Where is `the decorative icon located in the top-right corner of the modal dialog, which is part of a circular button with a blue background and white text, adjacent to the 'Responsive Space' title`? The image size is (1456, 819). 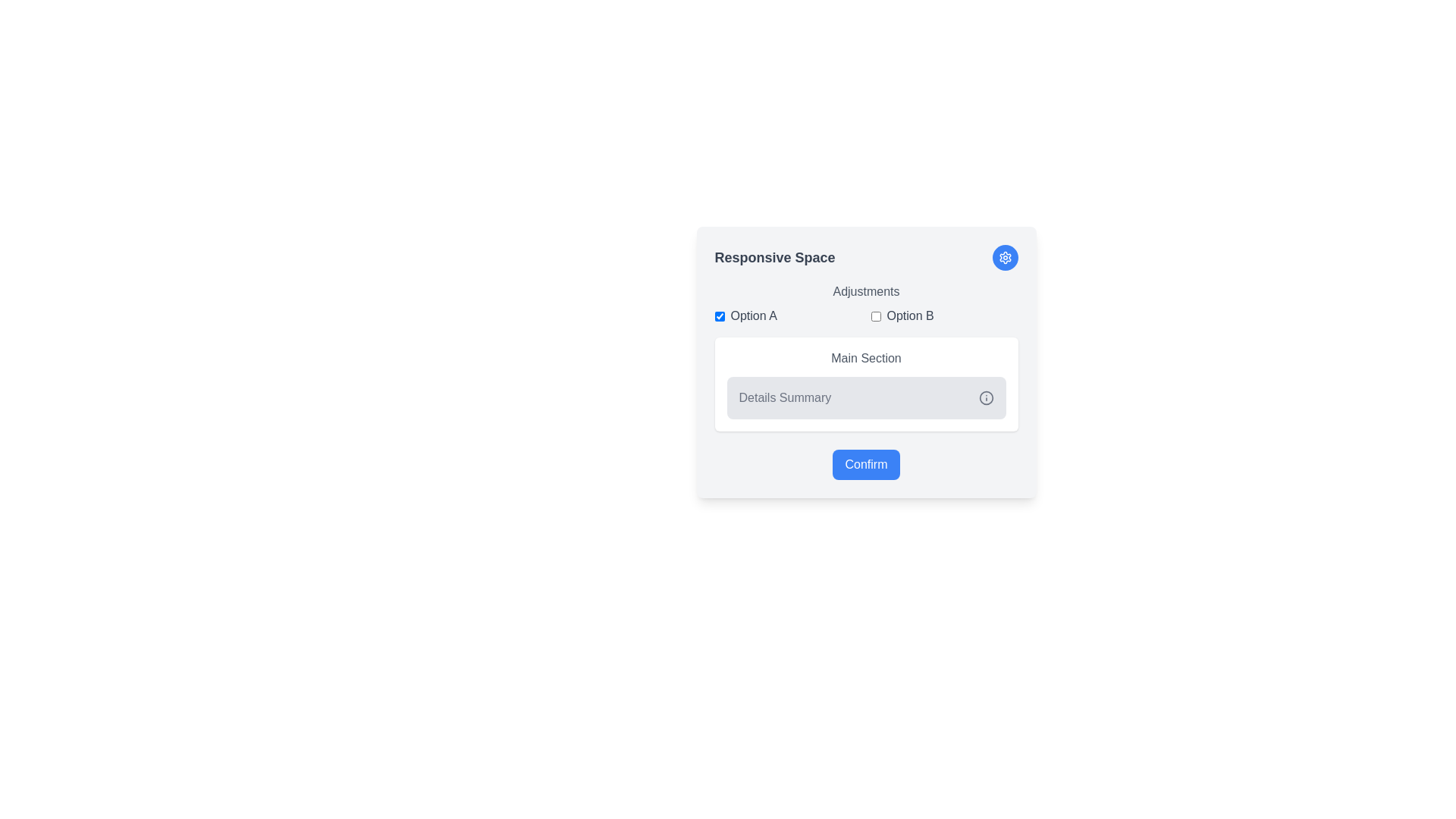
the decorative icon located in the top-right corner of the modal dialog, which is part of a circular button with a blue background and white text, adjacent to the 'Responsive Space' title is located at coordinates (1005, 256).